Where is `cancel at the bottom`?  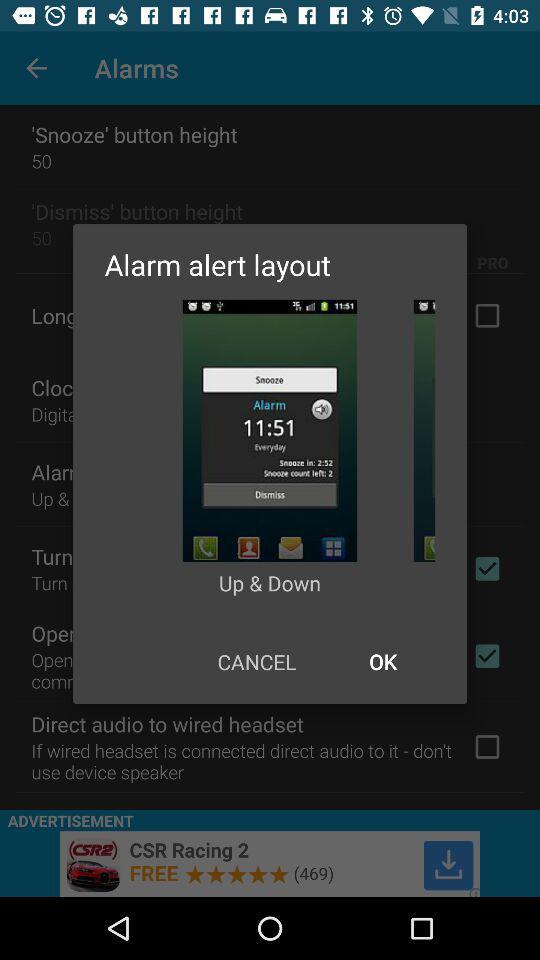 cancel at the bottom is located at coordinates (256, 661).